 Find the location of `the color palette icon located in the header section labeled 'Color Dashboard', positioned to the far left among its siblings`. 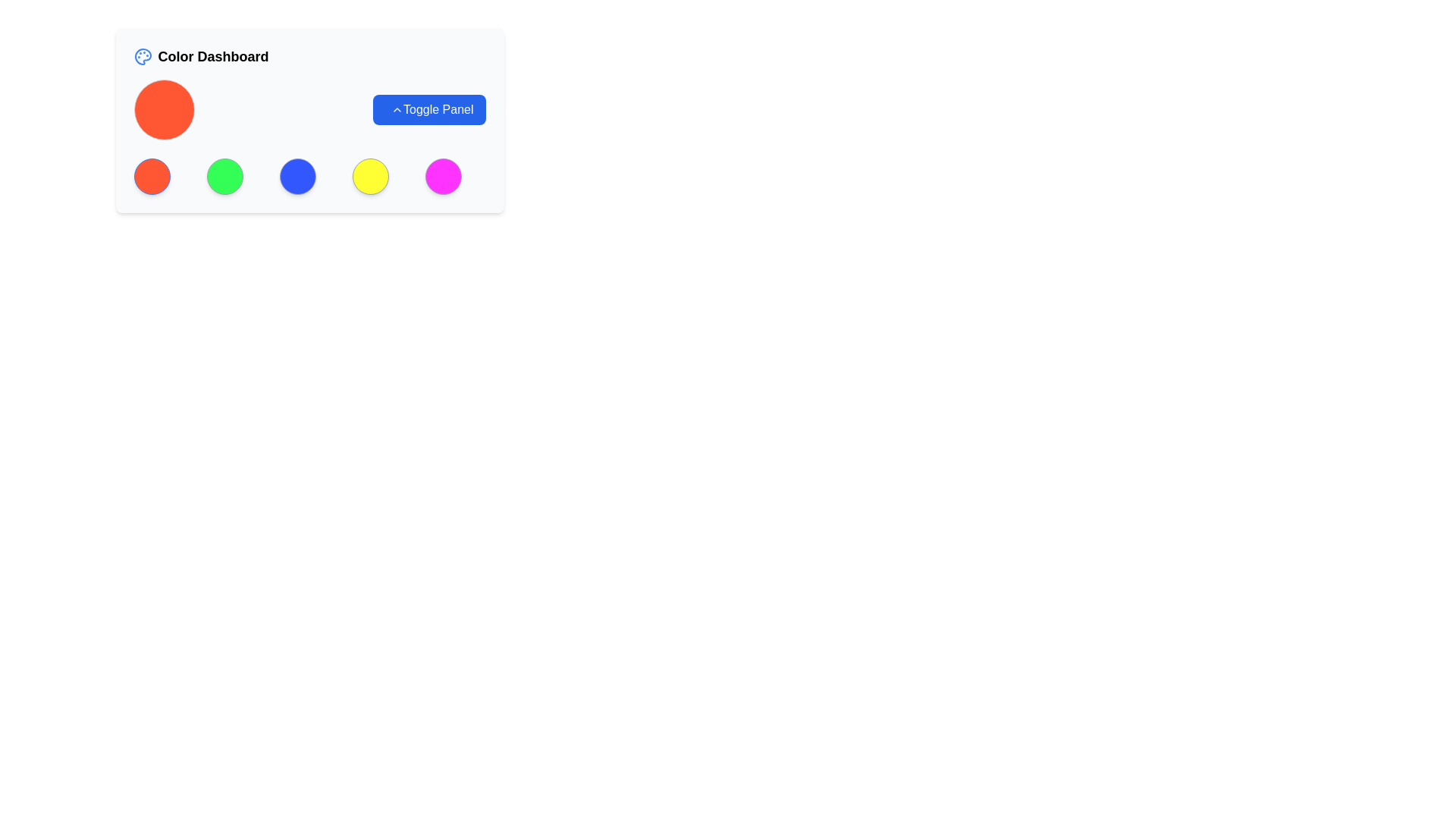

the color palette icon located in the header section labeled 'Color Dashboard', positioned to the far left among its siblings is located at coordinates (143, 55).